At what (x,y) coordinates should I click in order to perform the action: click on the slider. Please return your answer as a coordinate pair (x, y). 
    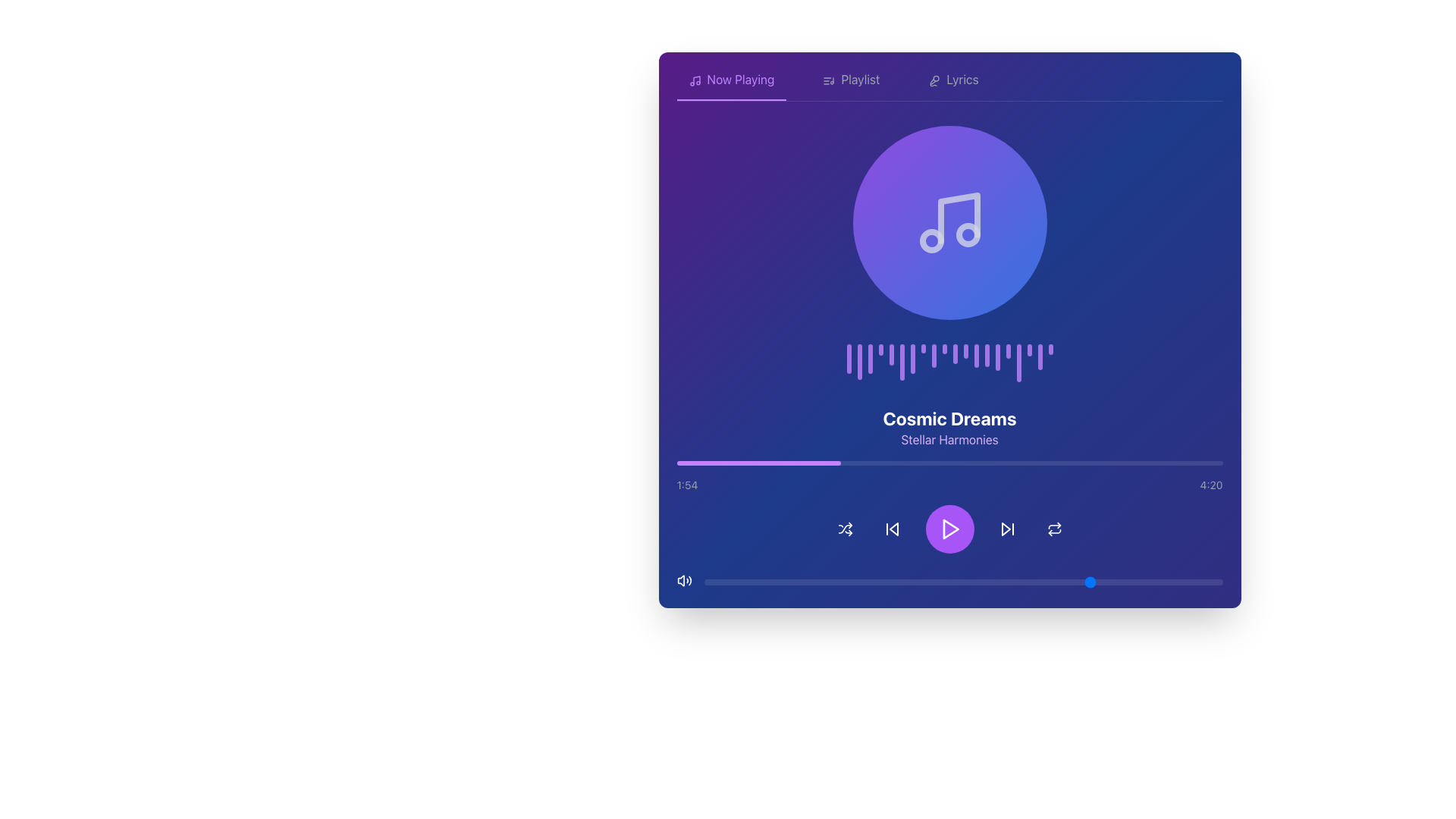
    Looking at the image, I should click on (745, 581).